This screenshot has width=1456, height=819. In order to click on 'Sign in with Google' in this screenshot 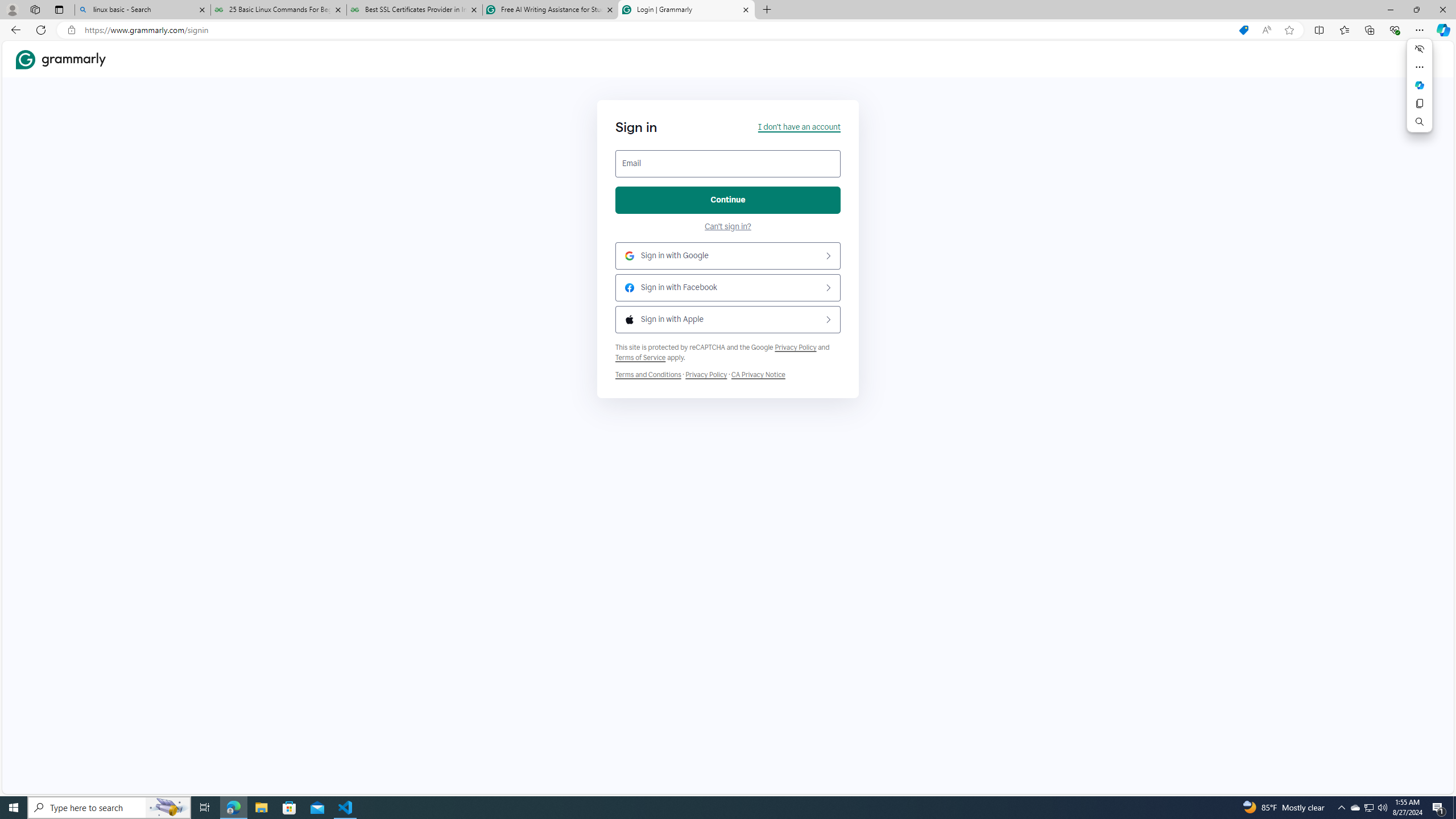, I will do `click(728, 255)`.